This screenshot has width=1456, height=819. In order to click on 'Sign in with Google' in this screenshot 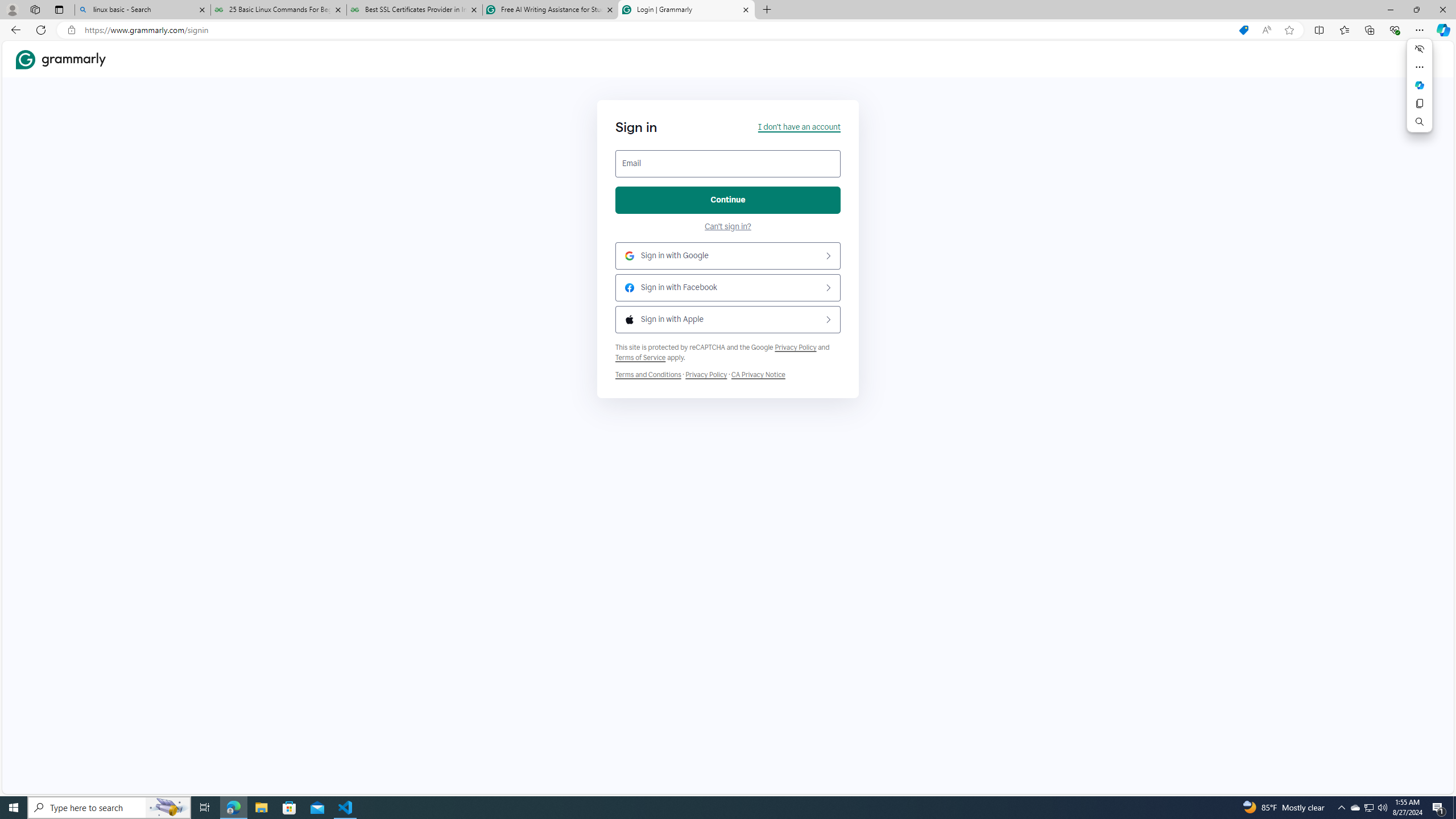, I will do `click(728, 255)`.